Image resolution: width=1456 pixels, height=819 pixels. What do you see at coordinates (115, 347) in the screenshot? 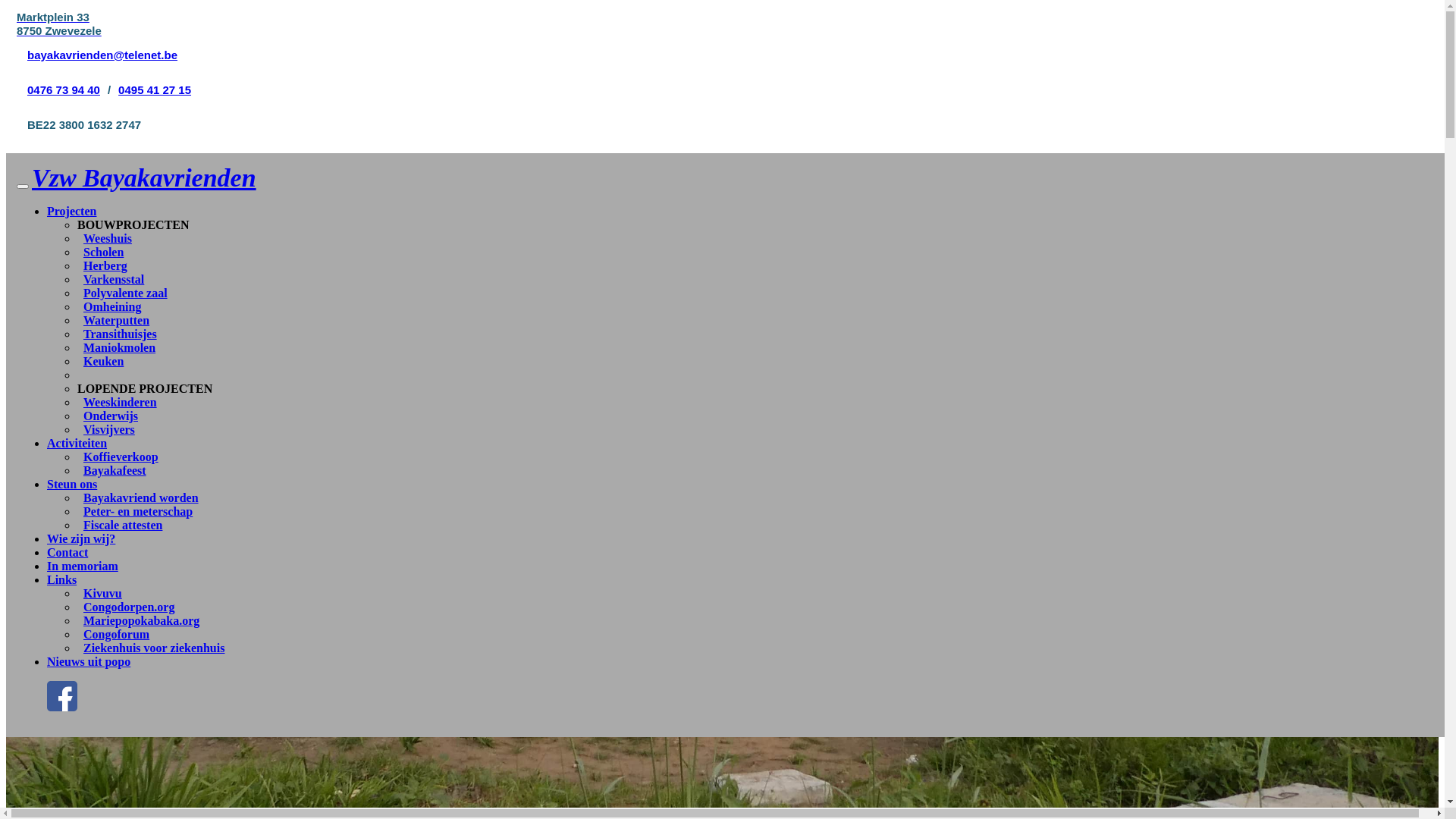
I see `'Maniokmolen'` at bounding box center [115, 347].